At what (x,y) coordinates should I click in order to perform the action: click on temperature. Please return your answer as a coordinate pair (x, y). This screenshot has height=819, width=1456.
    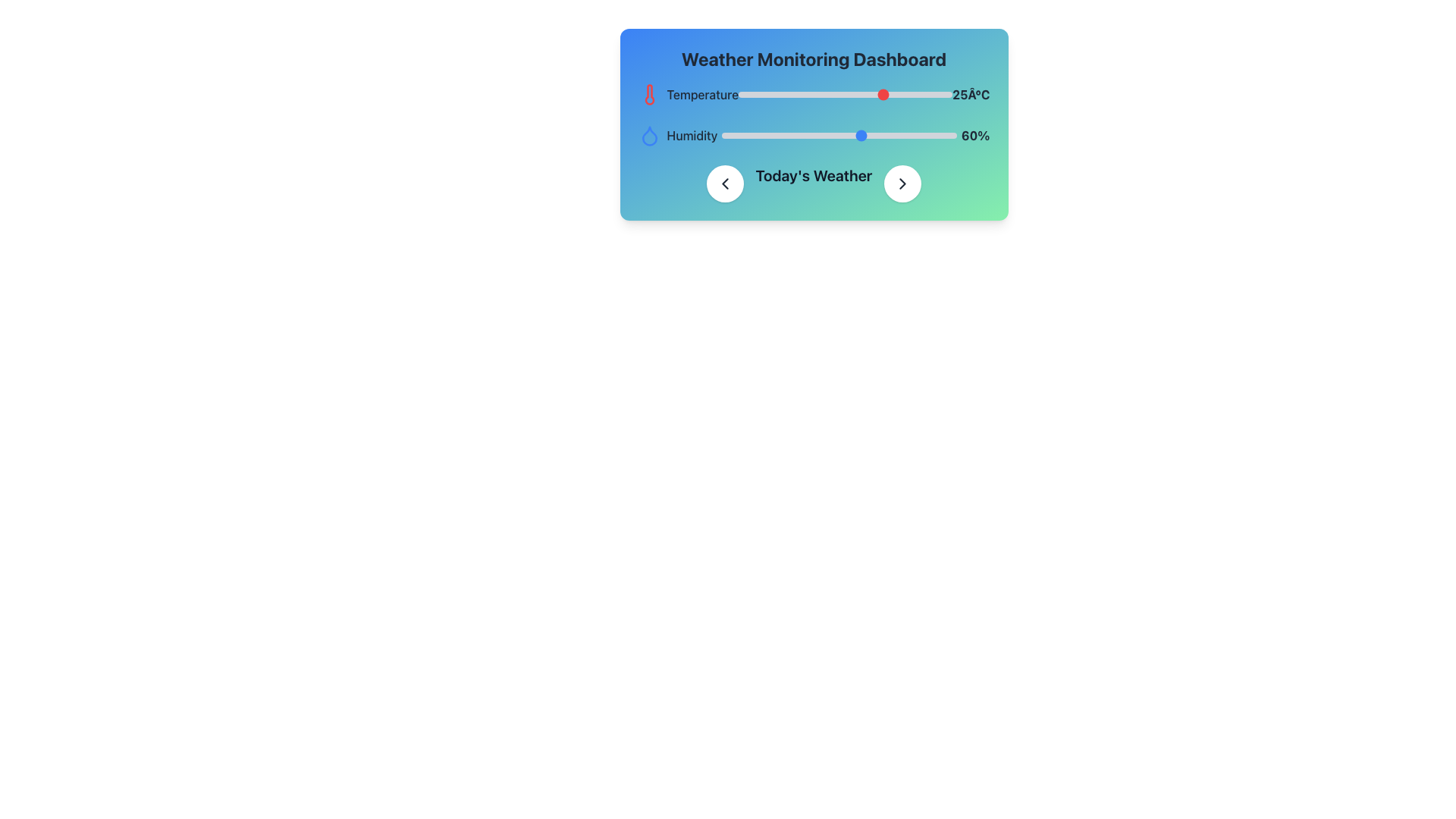
    Looking at the image, I should click on (914, 94).